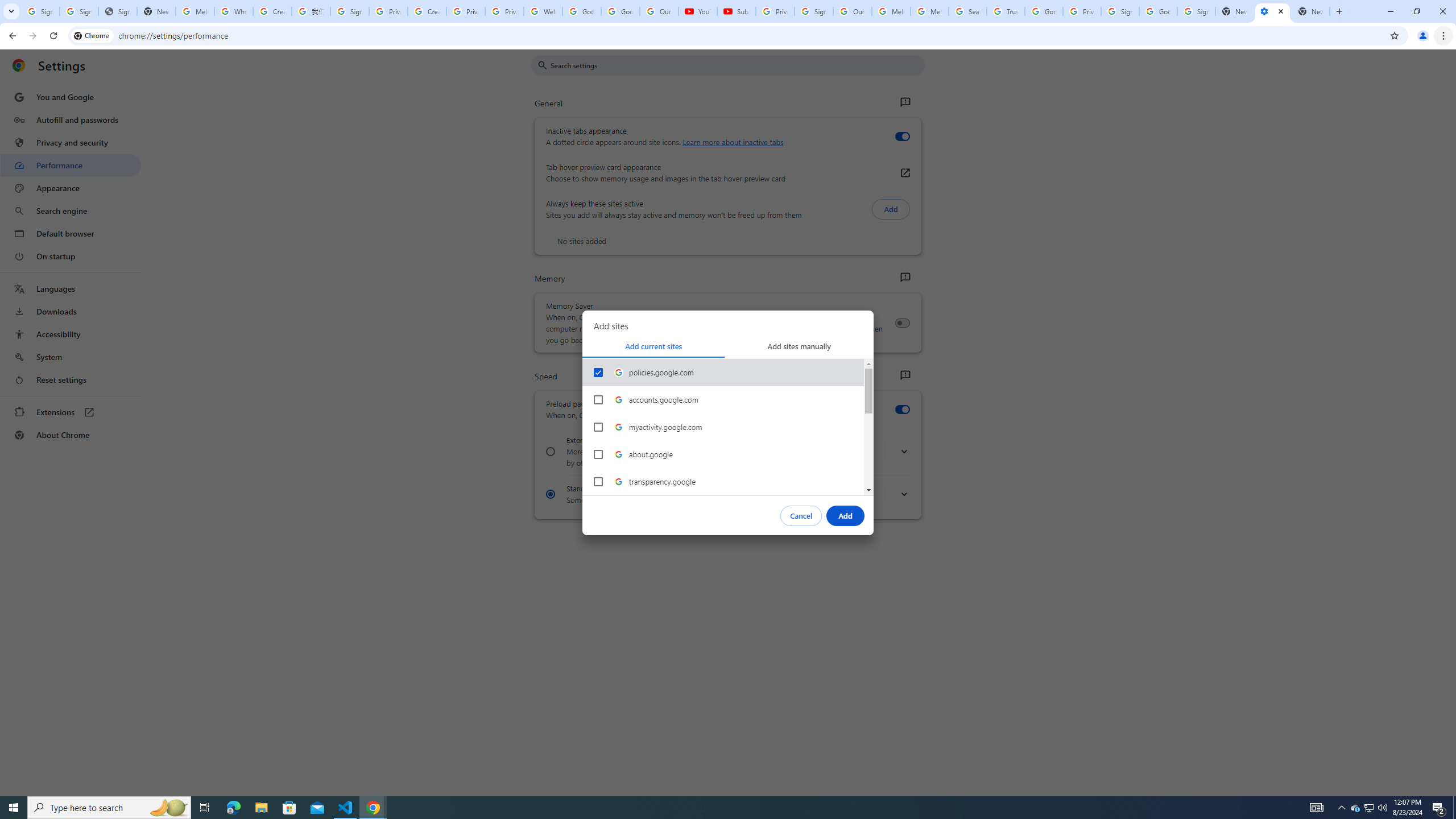 This screenshot has height=819, width=1456. I want to click on 'Welcome to My Activity', so click(542, 11).